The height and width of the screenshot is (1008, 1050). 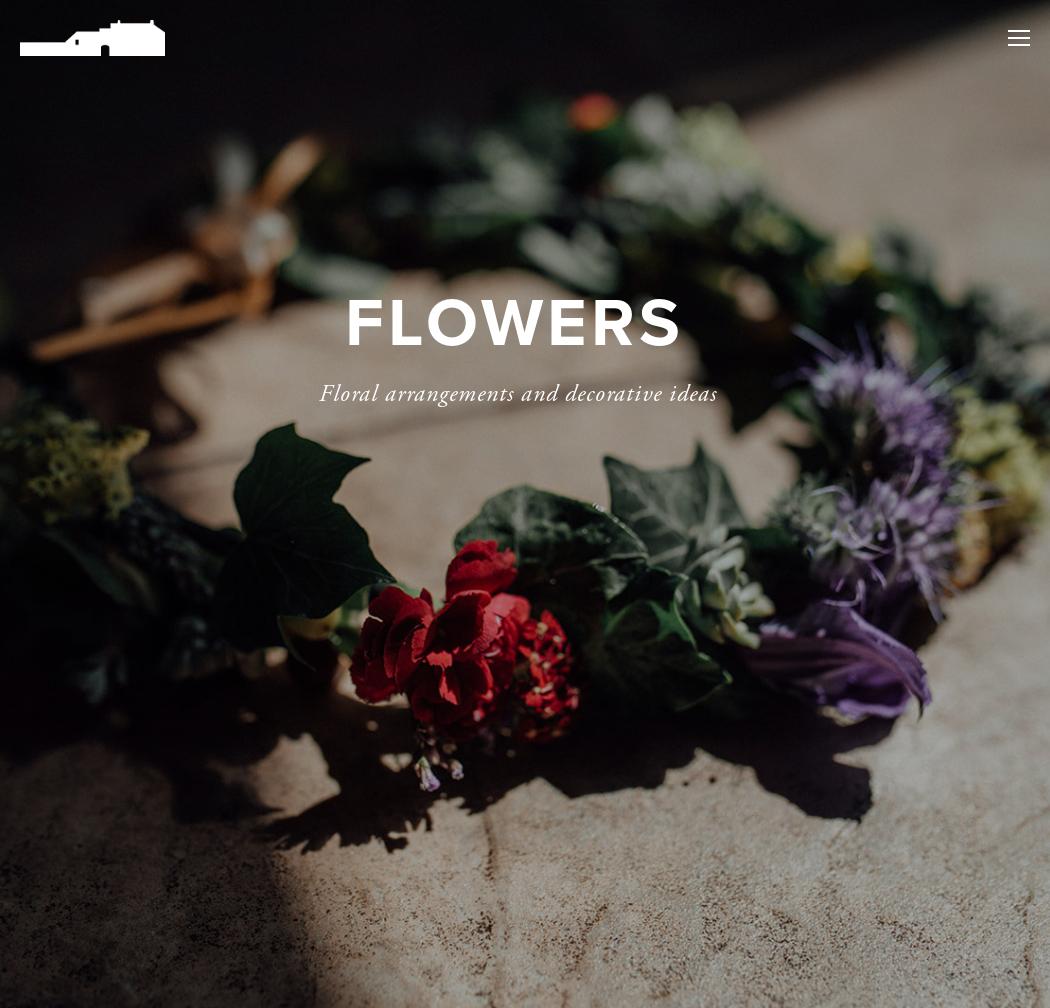 I want to click on 'Home', so click(x=849, y=39).